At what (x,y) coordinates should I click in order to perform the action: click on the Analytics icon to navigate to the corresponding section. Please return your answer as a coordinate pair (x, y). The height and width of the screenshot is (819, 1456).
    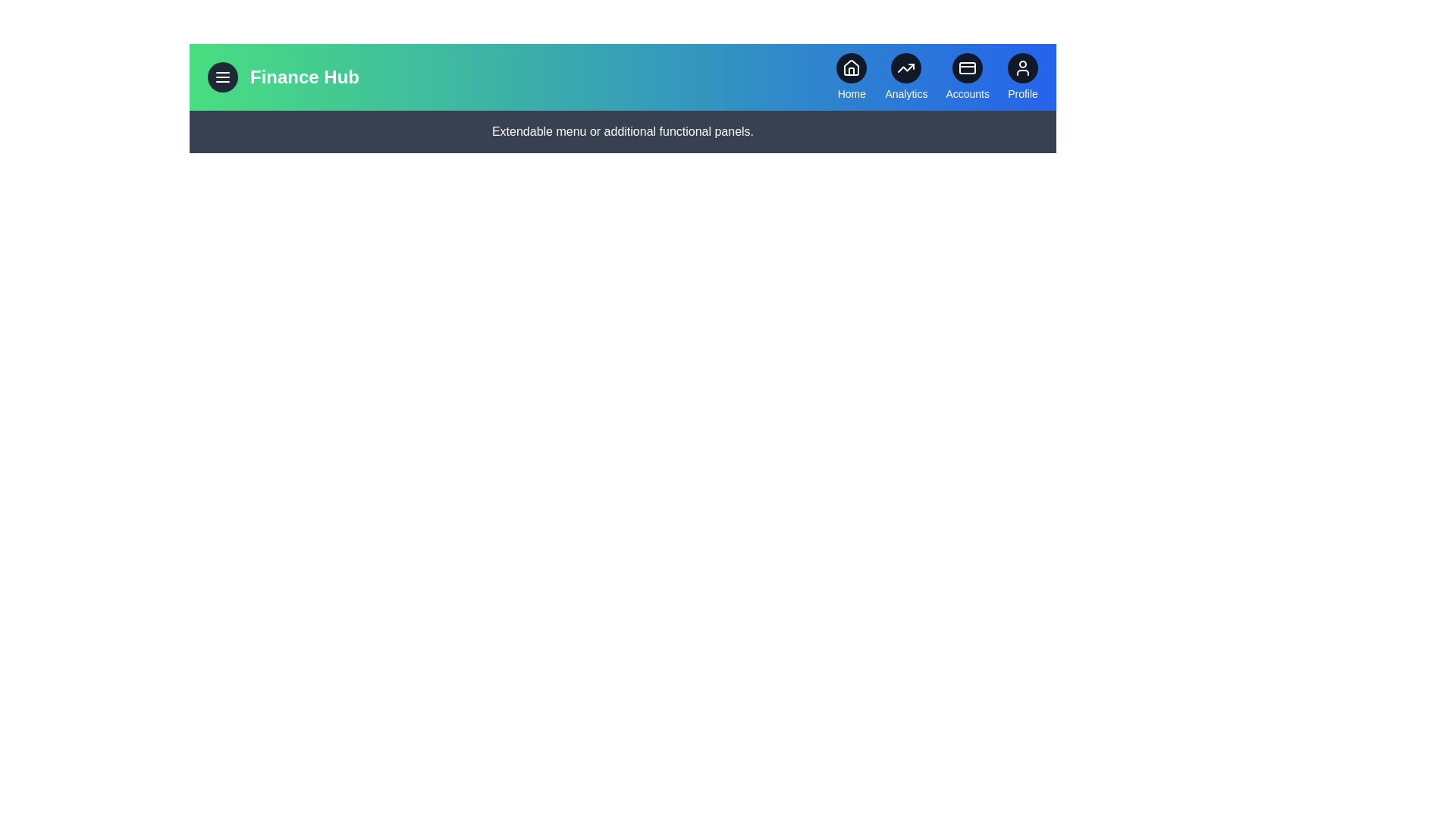
    Looking at the image, I should click on (906, 67).